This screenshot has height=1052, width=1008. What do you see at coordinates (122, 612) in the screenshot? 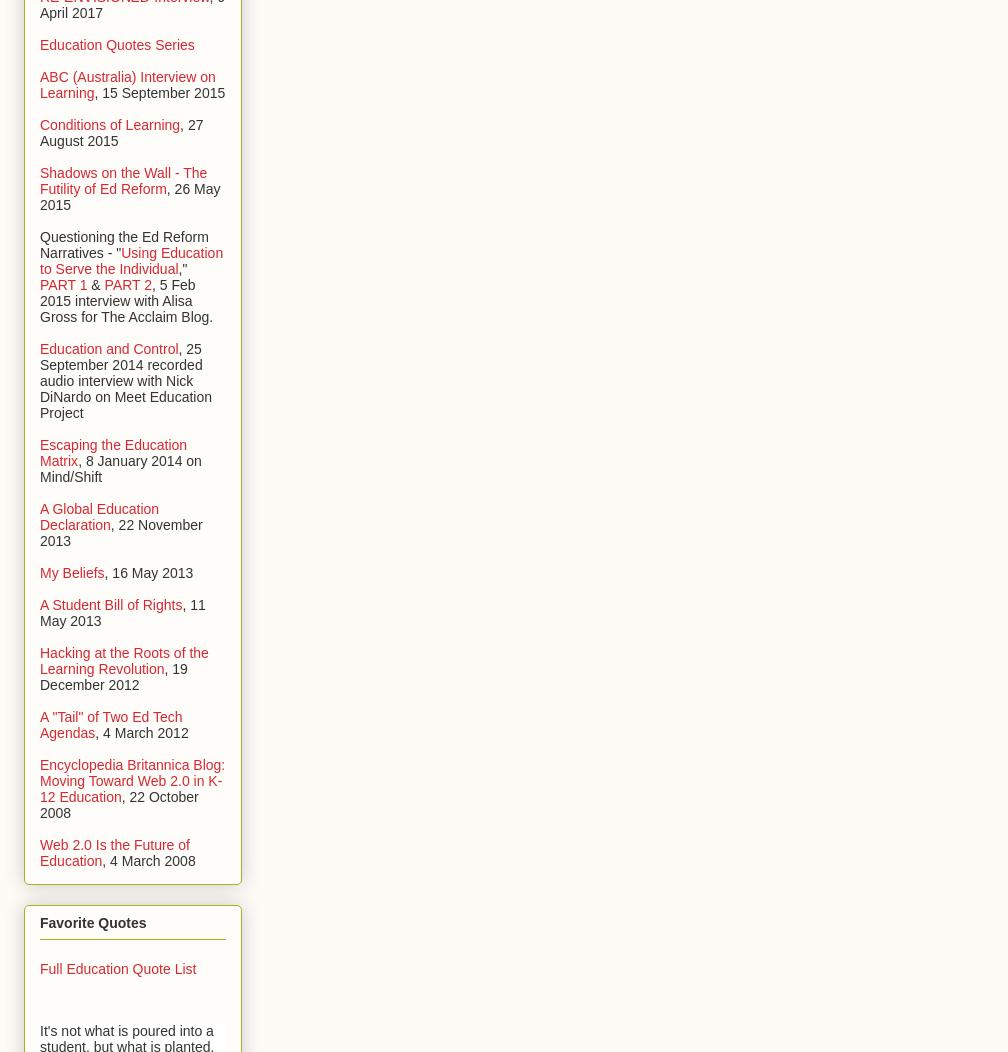
I see `', 11 May 2013'` at bounding box center [122, 612].